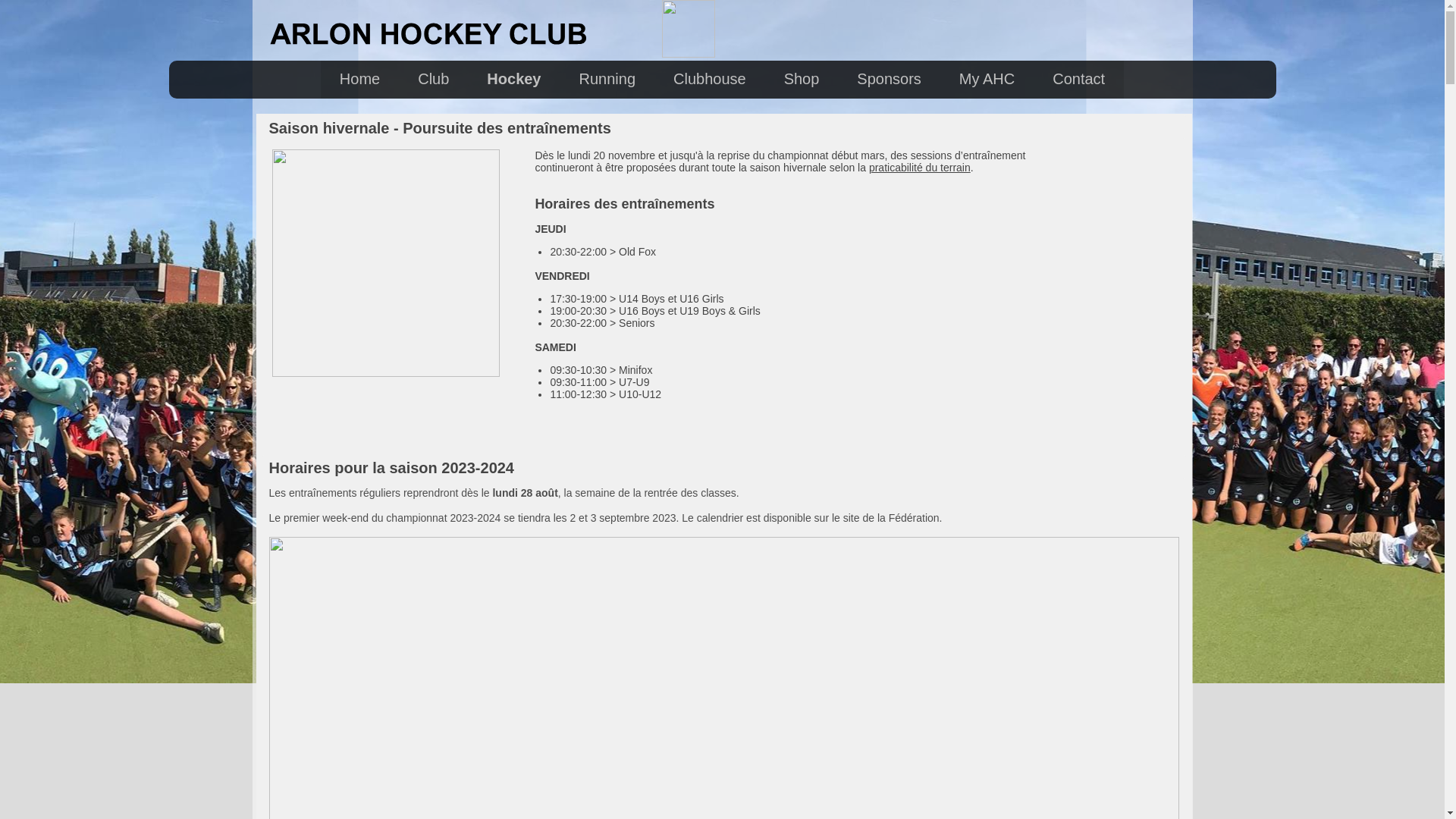 This screenshot has height=819, width=1456. What do you see at coordinates (1078, 79) in the screenshot?
I see `'Contact'` at bounding box center [1078, 79].